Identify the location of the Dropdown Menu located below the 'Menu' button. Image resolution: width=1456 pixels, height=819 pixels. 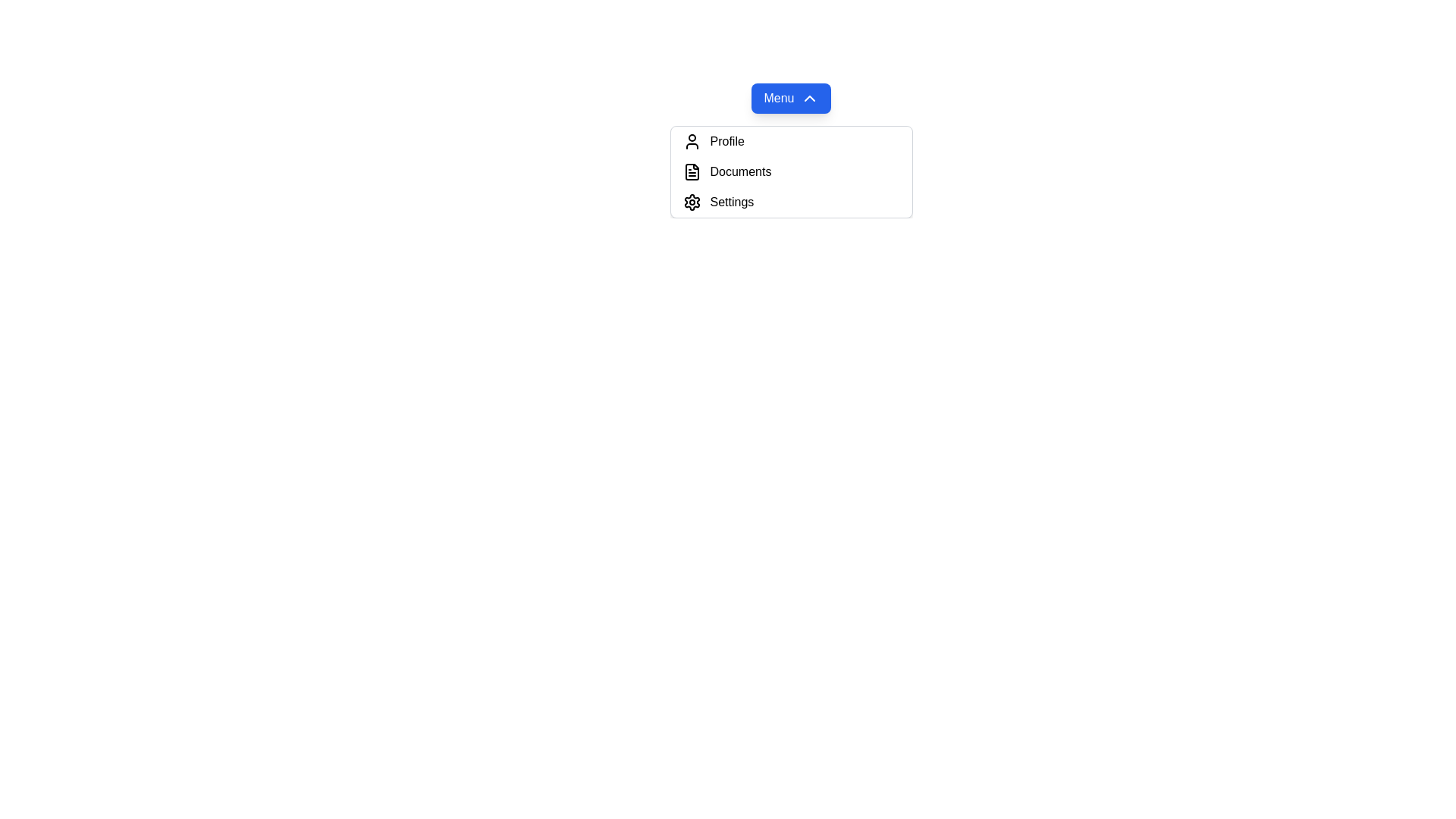
(790, 151).